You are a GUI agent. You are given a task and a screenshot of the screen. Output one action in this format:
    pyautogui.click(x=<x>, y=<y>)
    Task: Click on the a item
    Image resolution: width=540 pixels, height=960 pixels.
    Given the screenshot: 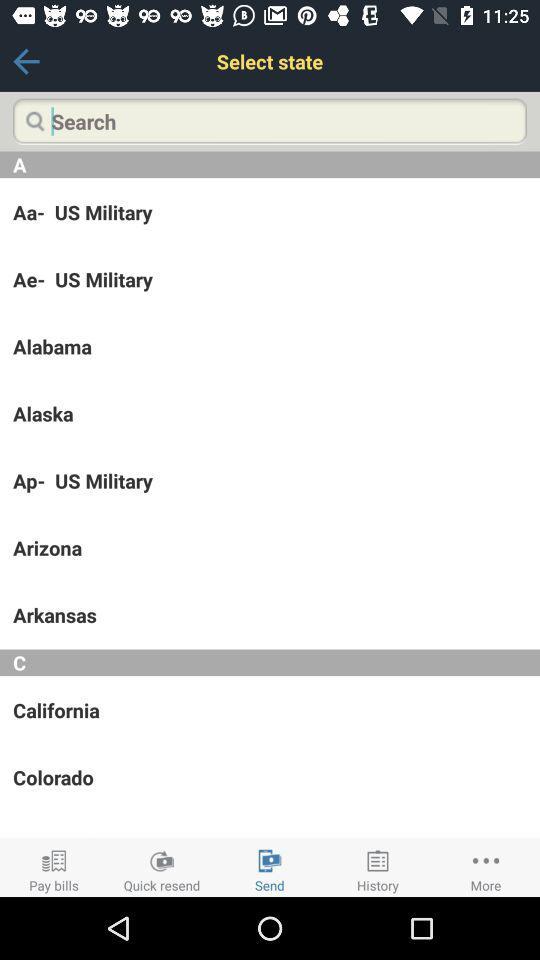 What is the action you would take?
    pyautogui.click(x=270, y=163)
    